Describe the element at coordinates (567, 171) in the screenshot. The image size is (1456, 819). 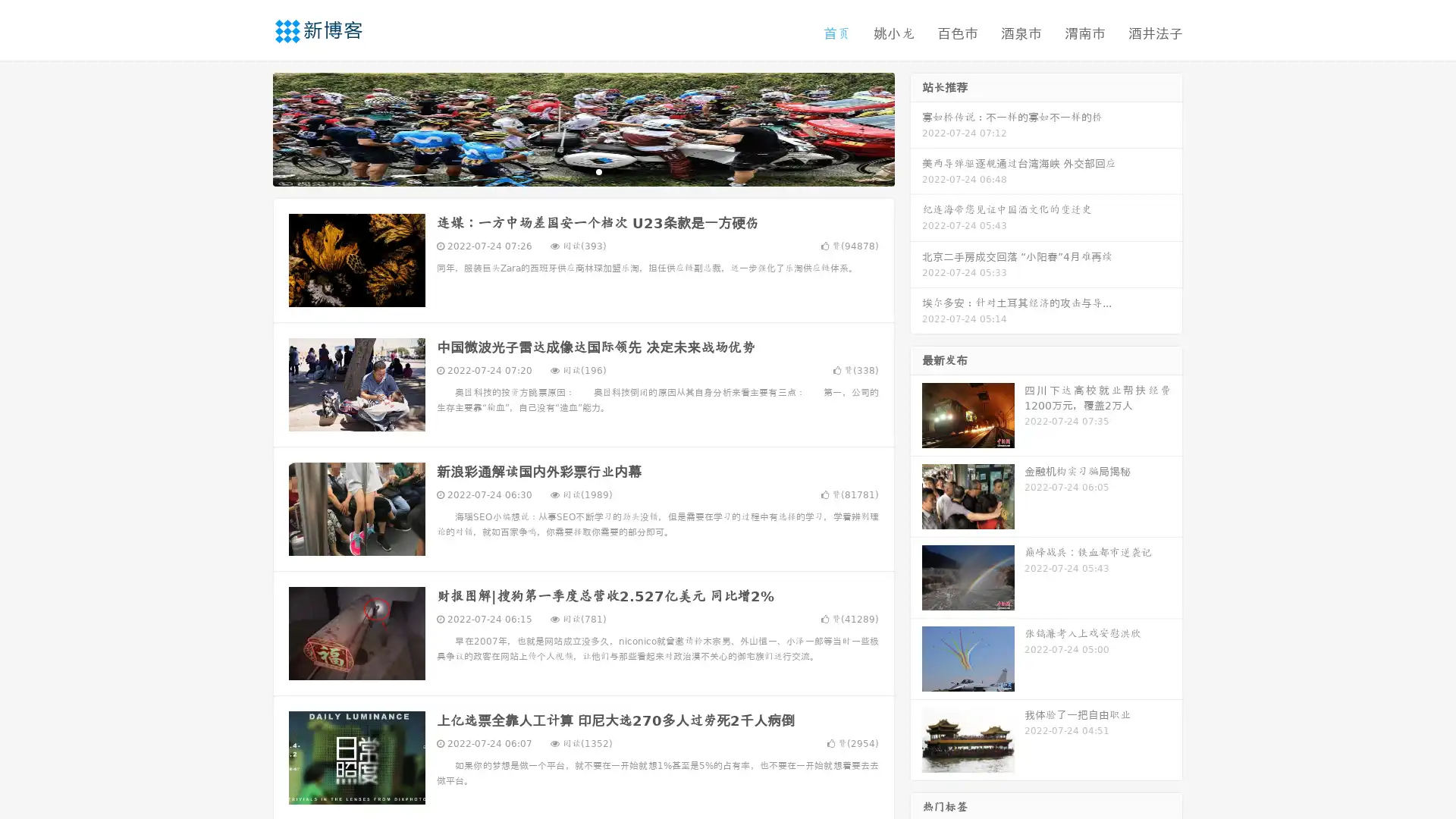
I see `Go to slide 1` at that location.